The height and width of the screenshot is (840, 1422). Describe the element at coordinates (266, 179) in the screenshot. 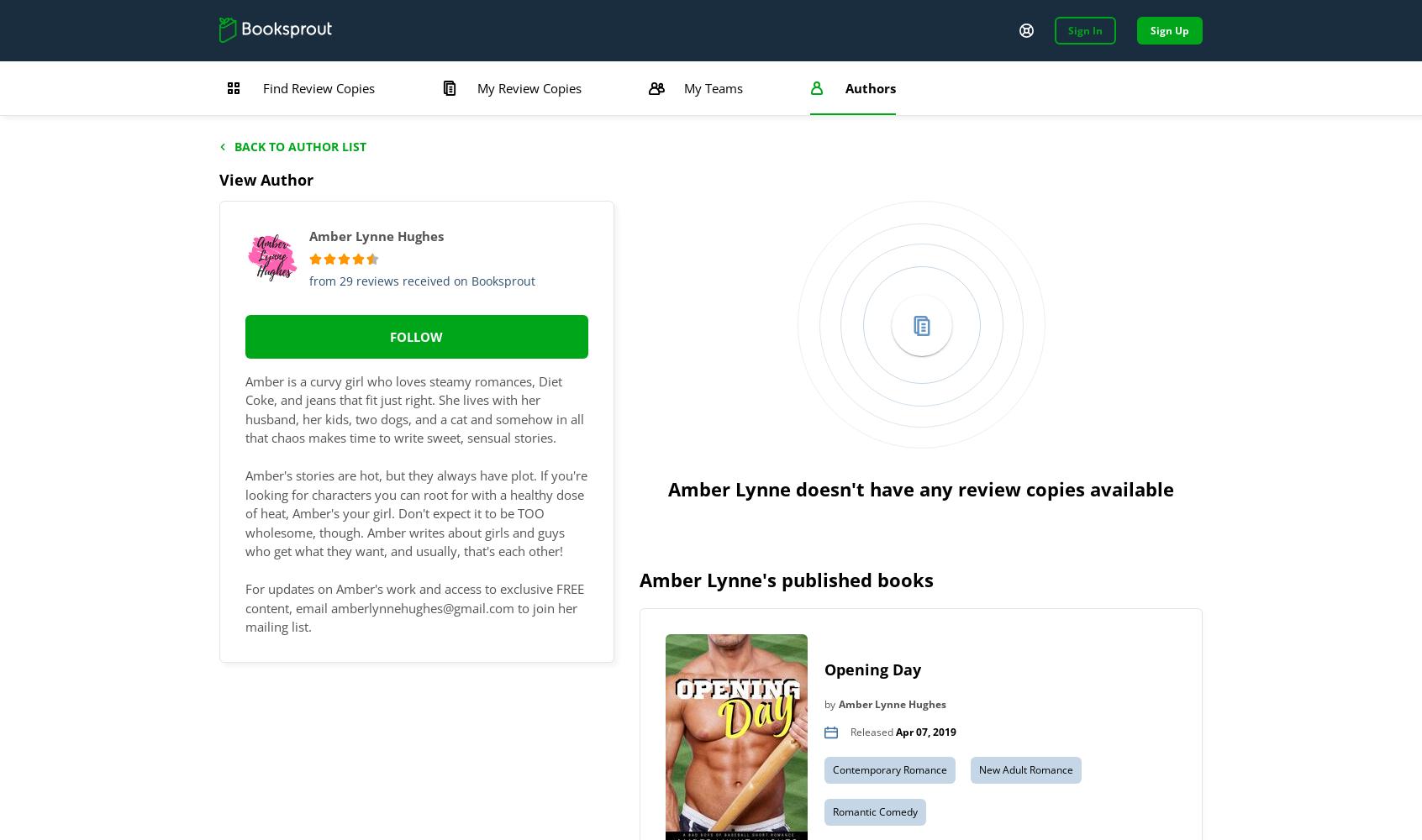

I see `'View Author'` at that location.